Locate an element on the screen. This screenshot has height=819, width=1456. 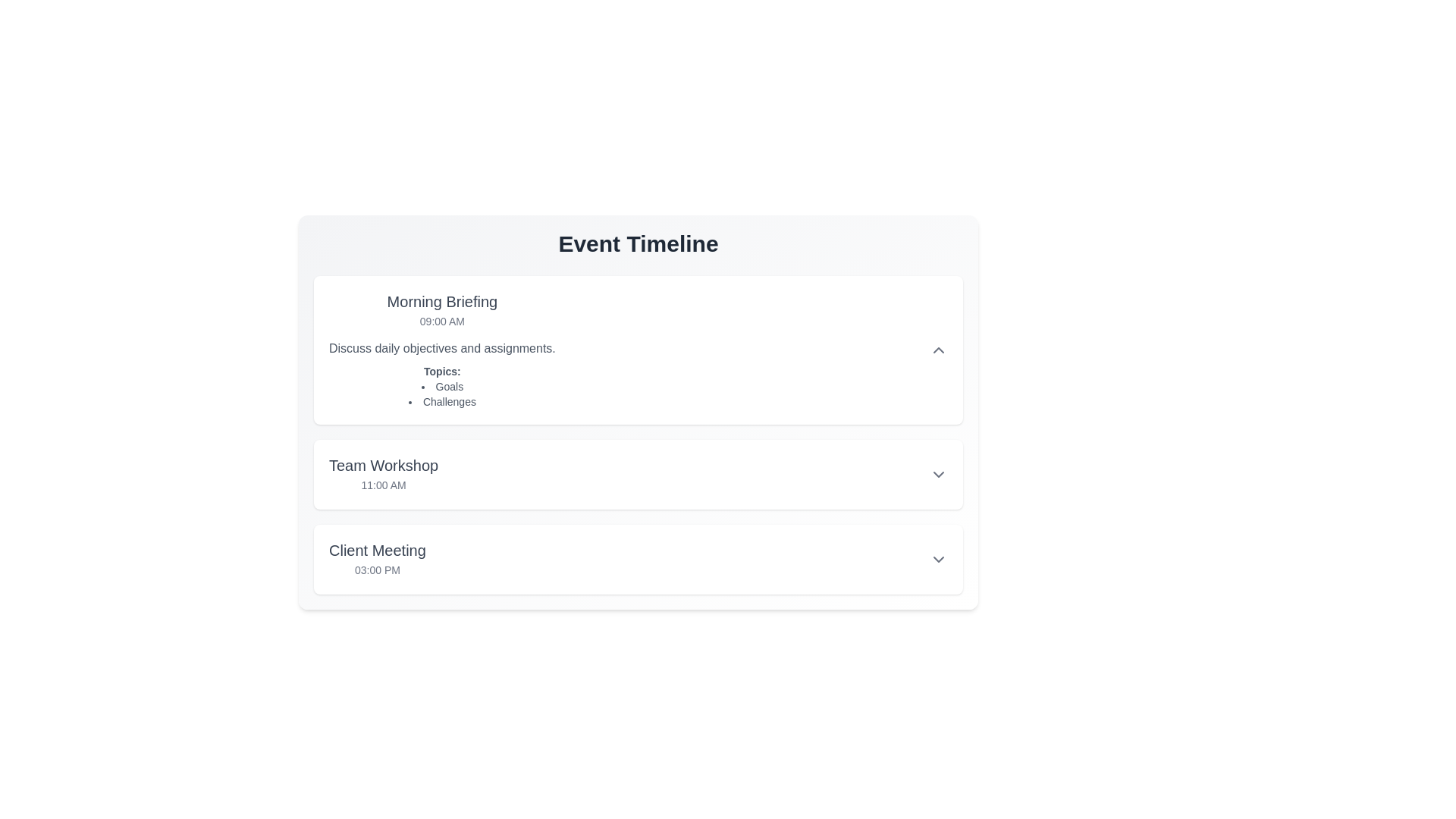
the 'Goals' text label, which is the first item in the bulleted list of topics in the 'Morning Briefing' section is located at coordinates (441, 385).